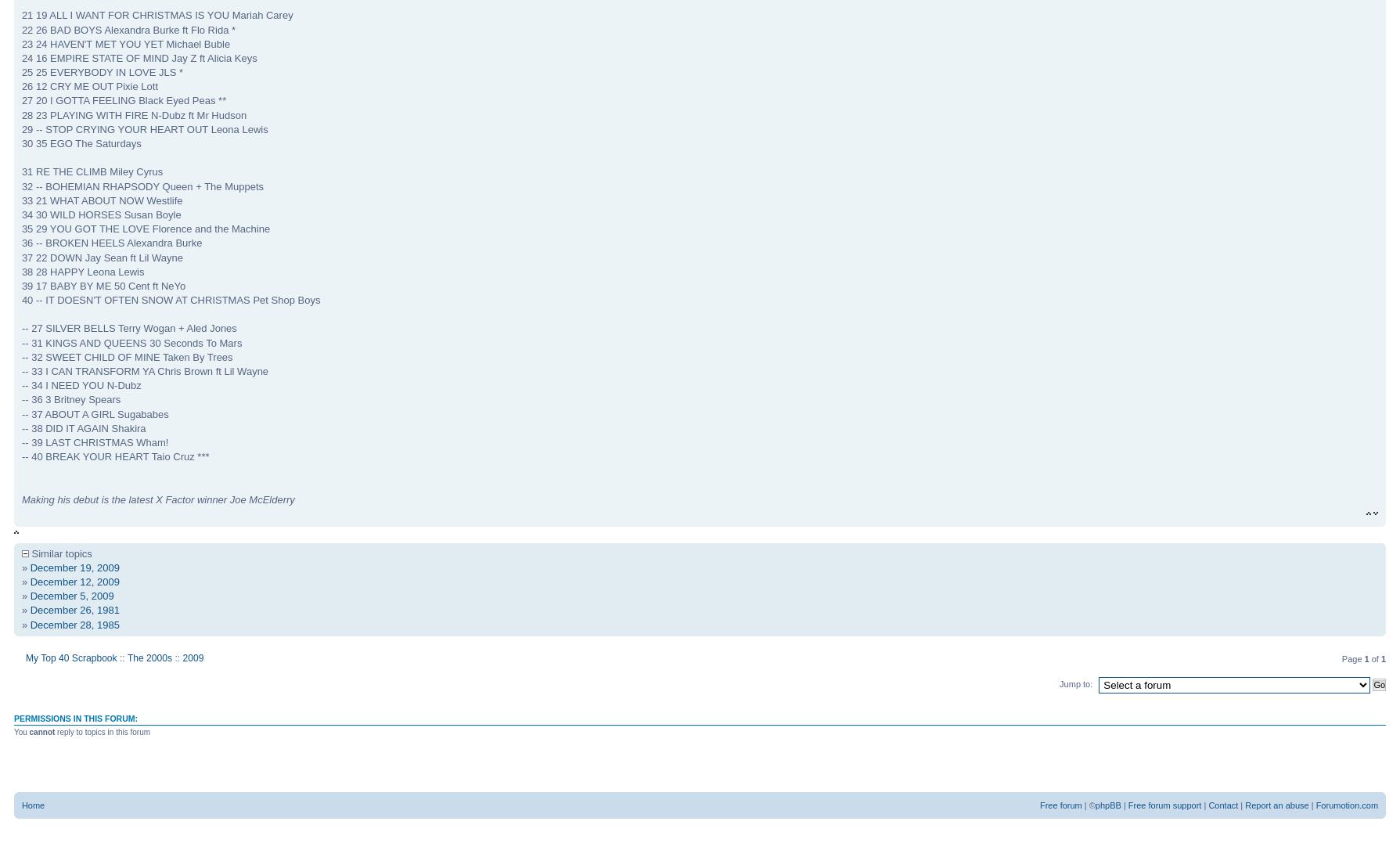 The width and height of the screenshot is (1400, 843). Describe the element at coordinates (21, 499) in the screenshot. I see `'Making his debut is the latest X Factor winner Joe McElderry'` at that location.